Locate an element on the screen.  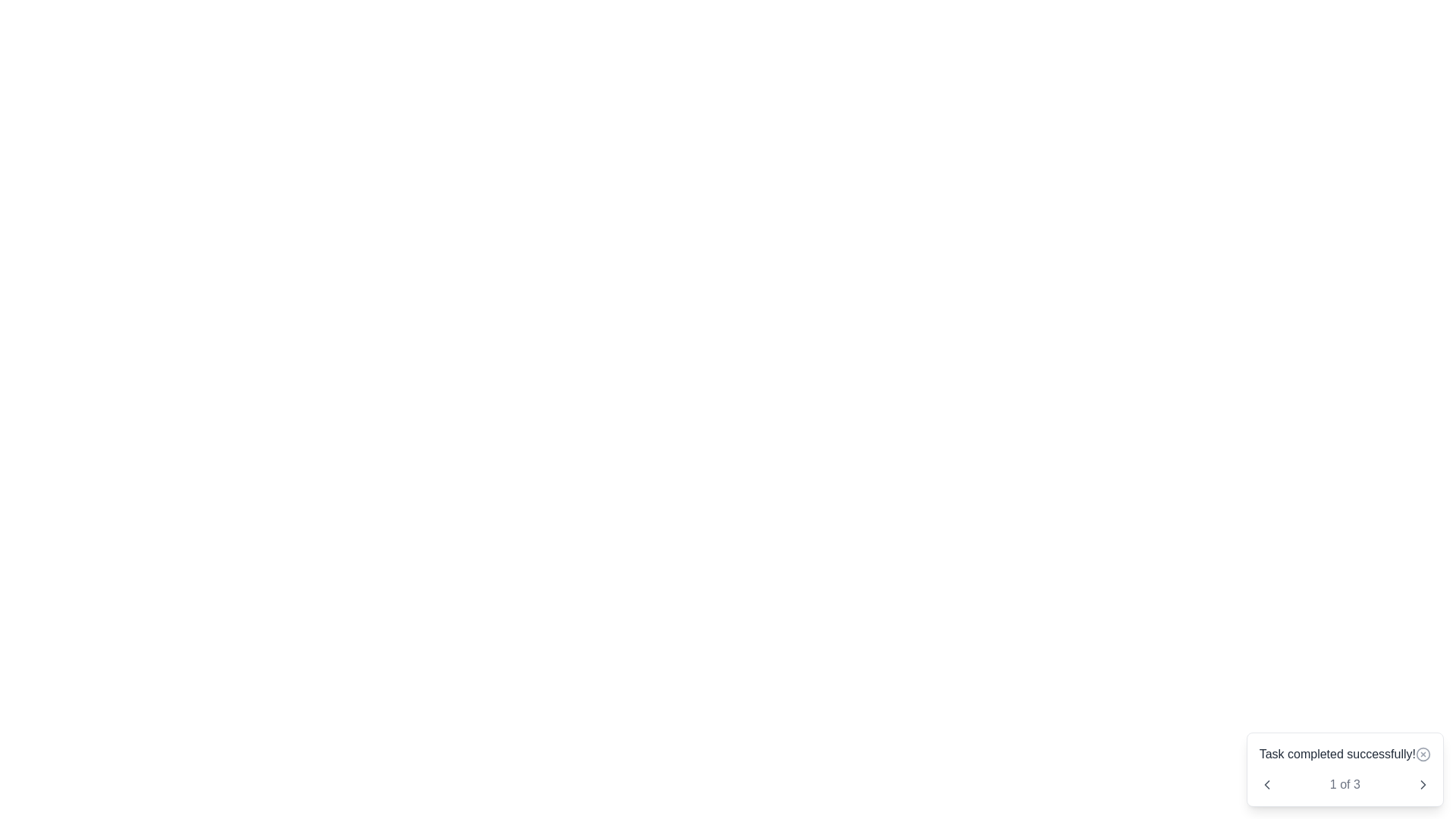
the notification area to read the message is located at coordinates (1344, 755).